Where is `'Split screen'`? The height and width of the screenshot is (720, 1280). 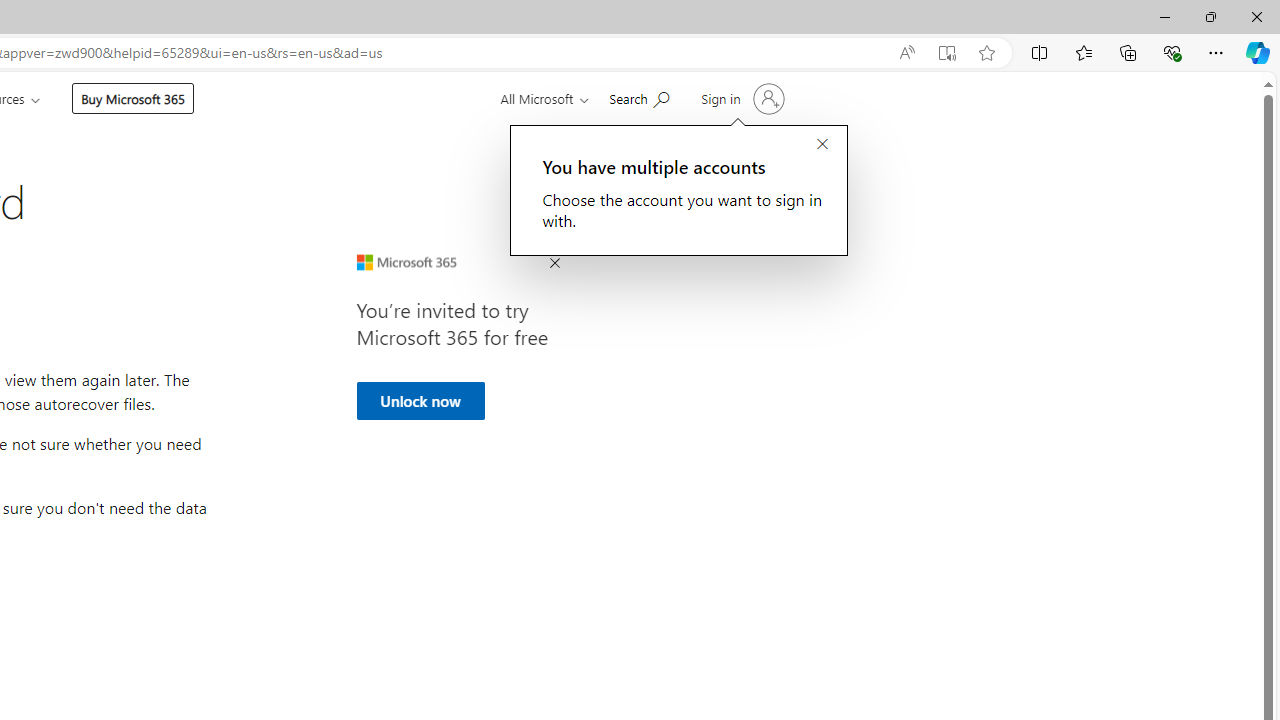
'Split screen' is located at coordinates (1040, 51).